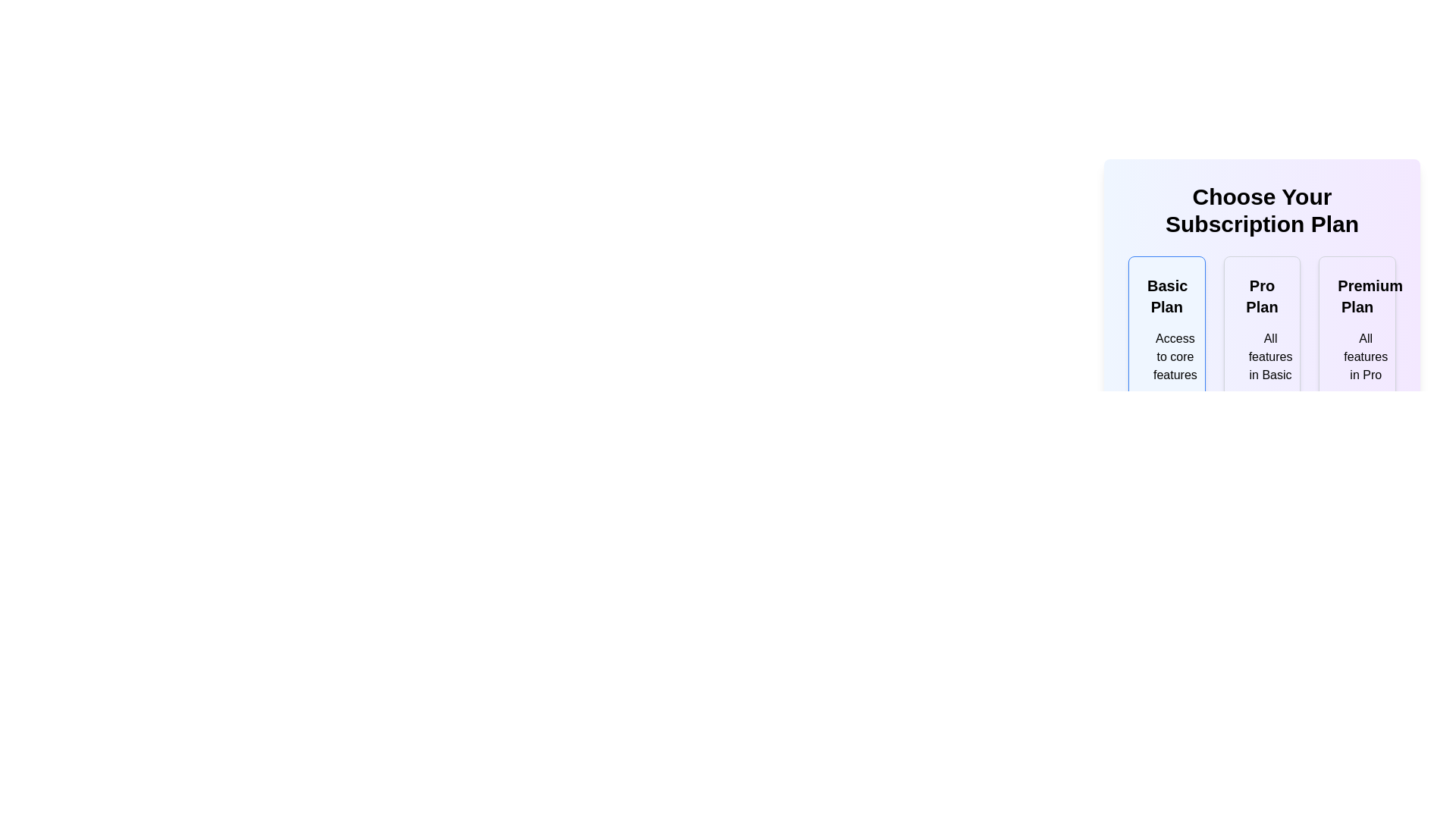 This screenshot has width=1456, height=819. I want to click on the text label with an icon indicator that conveys 'Access to core features' within the Basic Plan section, so click(1166, 356).